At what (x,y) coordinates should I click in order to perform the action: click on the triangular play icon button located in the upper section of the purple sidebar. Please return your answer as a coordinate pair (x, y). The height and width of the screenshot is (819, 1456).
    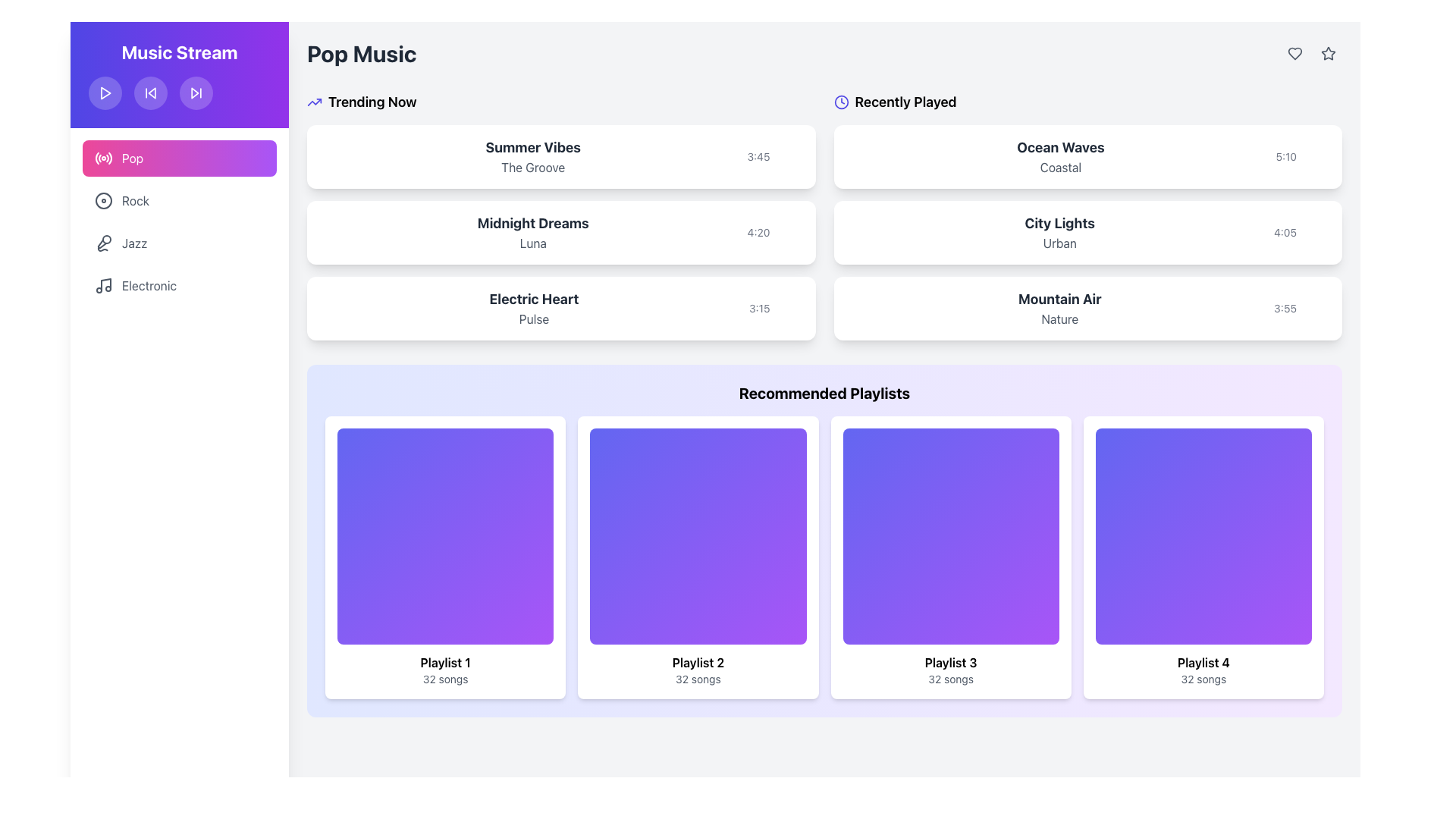
    Looking at the image, I should click on (105, 93).